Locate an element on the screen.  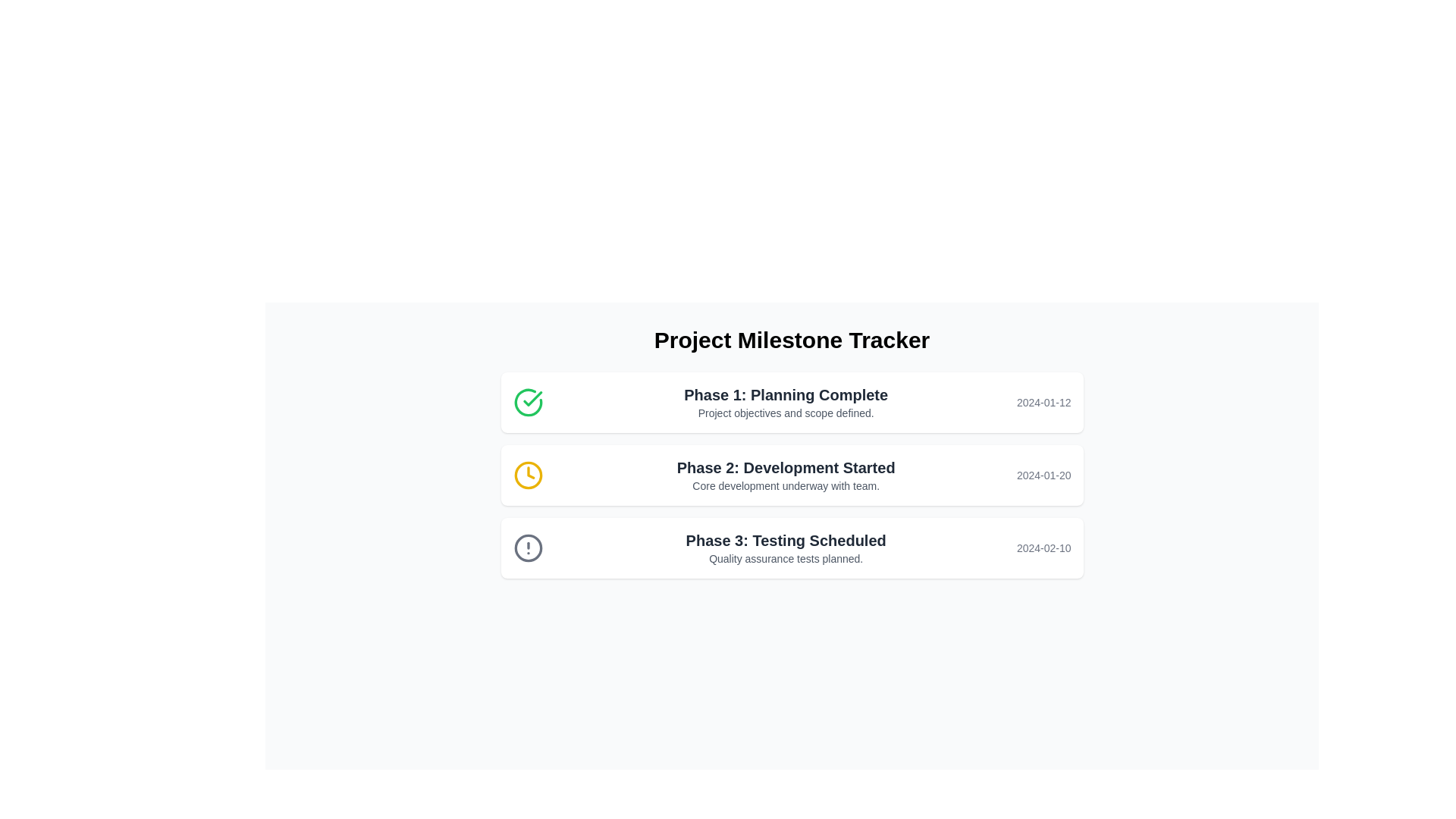
the static text displaying the scheduled date for 'Phase 3: Testing Scheduled' in the 'Project Milestone Tracker' interface, located at the bottom of the list is located at coordinates (1043, 548).